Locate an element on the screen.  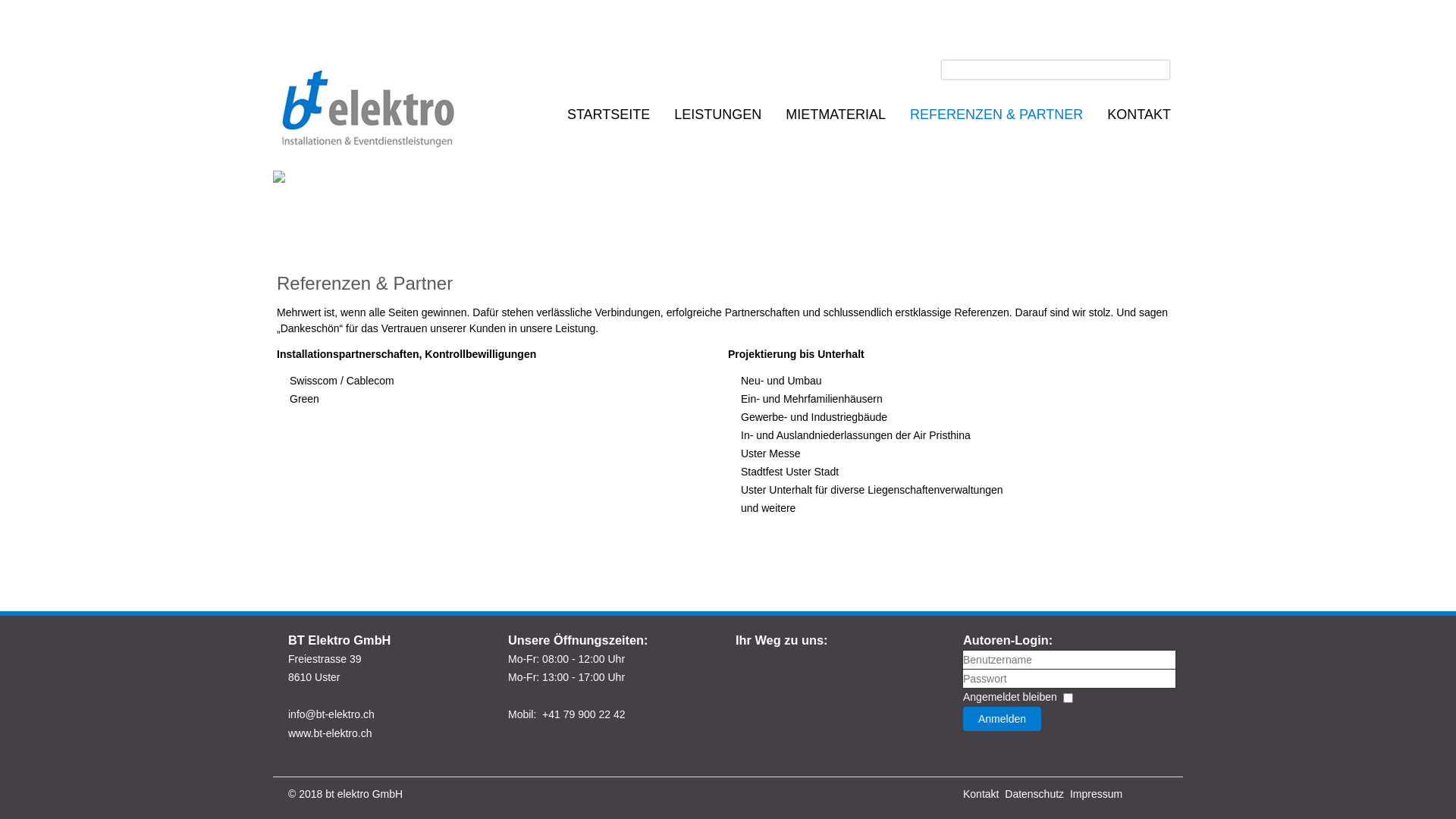
'LEISTUNGEN' is located at coordinates (717, 113).